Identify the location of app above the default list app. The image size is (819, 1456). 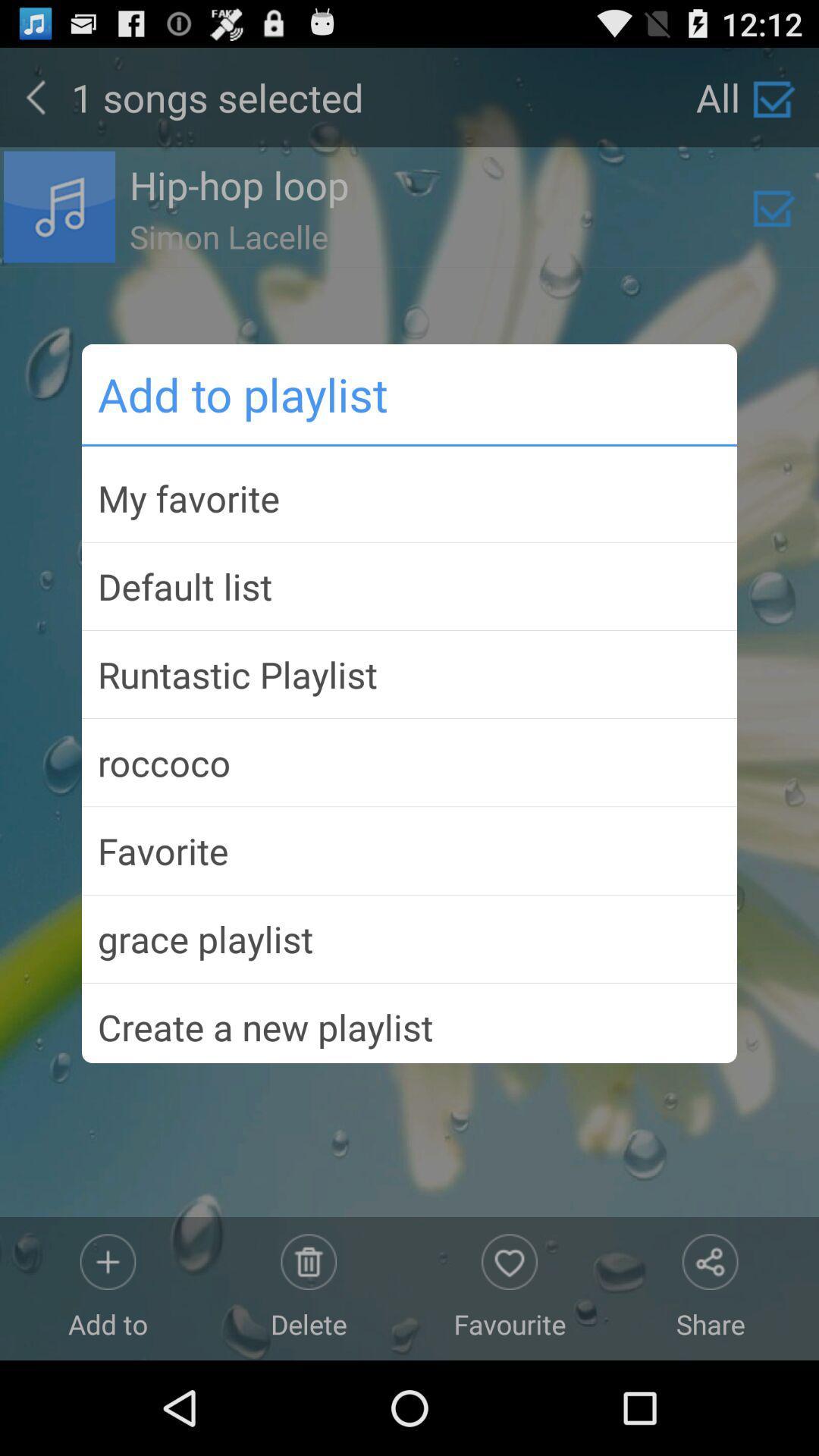
(409, 498).